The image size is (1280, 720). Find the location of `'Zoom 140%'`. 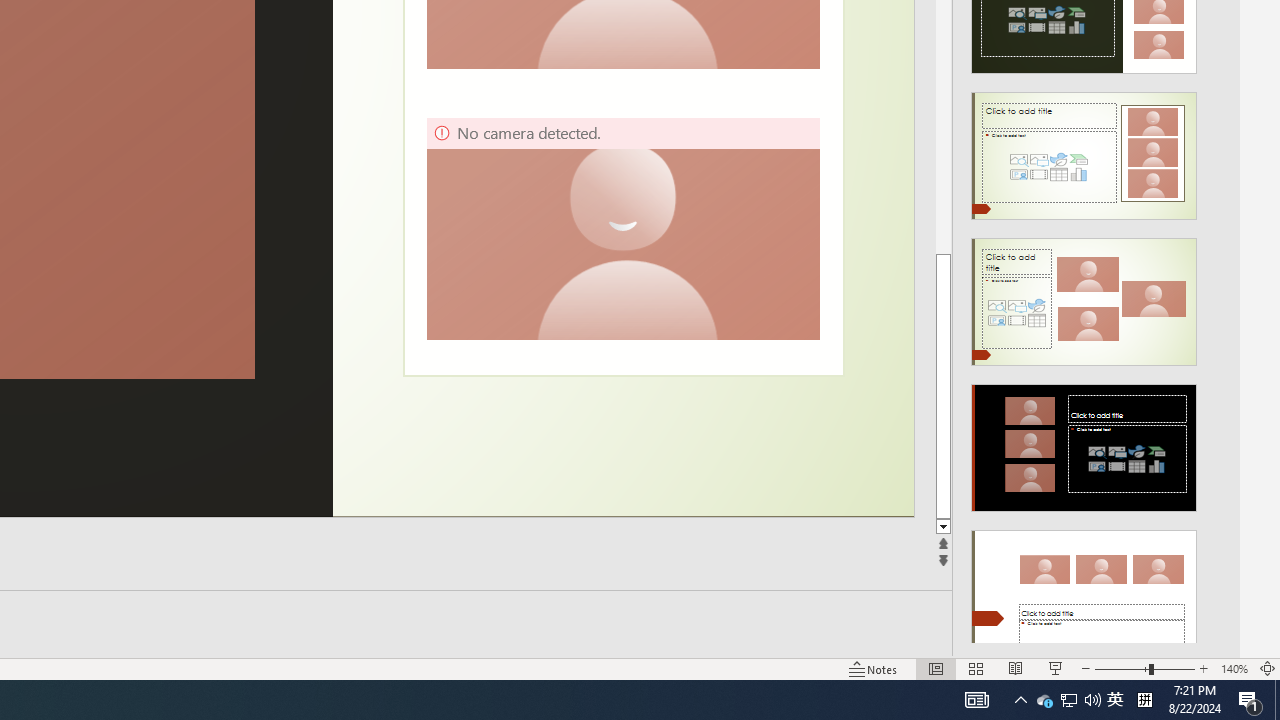

'Zoom 140%' is located at coordinates (1233, 669).